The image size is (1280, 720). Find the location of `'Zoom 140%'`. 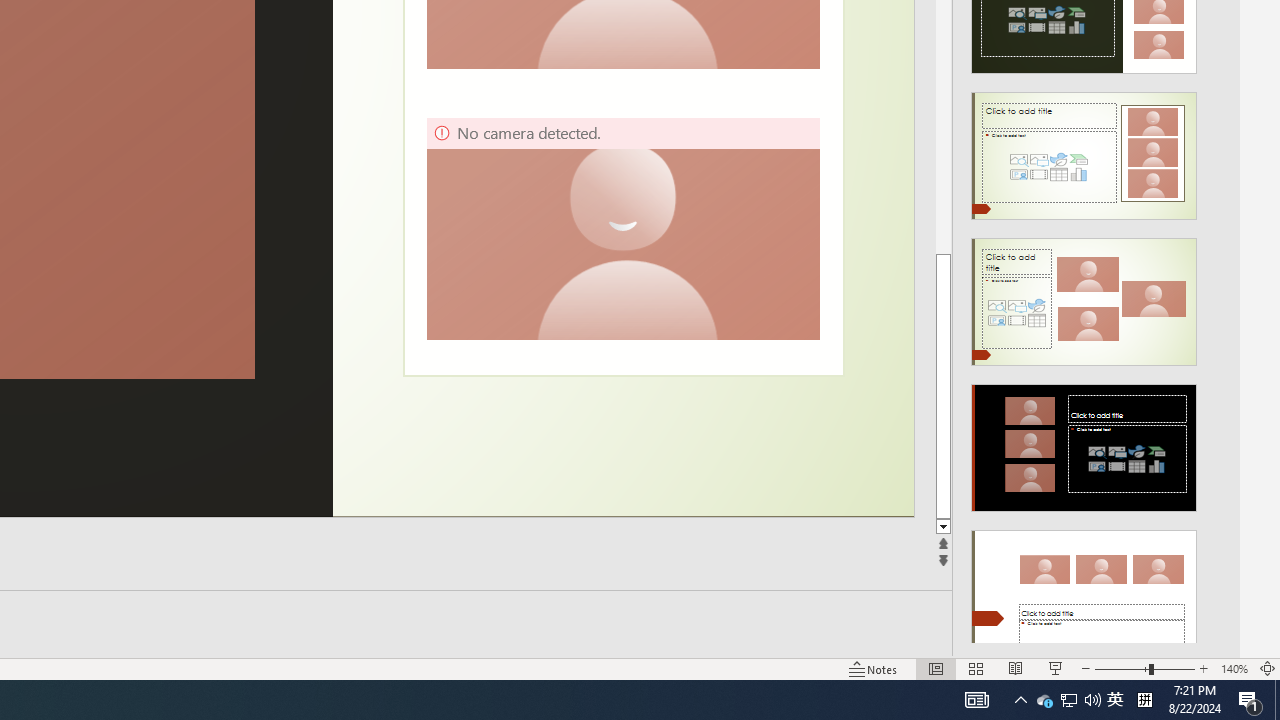

'Zoom 140%' is located at coordinates (1233, 669).